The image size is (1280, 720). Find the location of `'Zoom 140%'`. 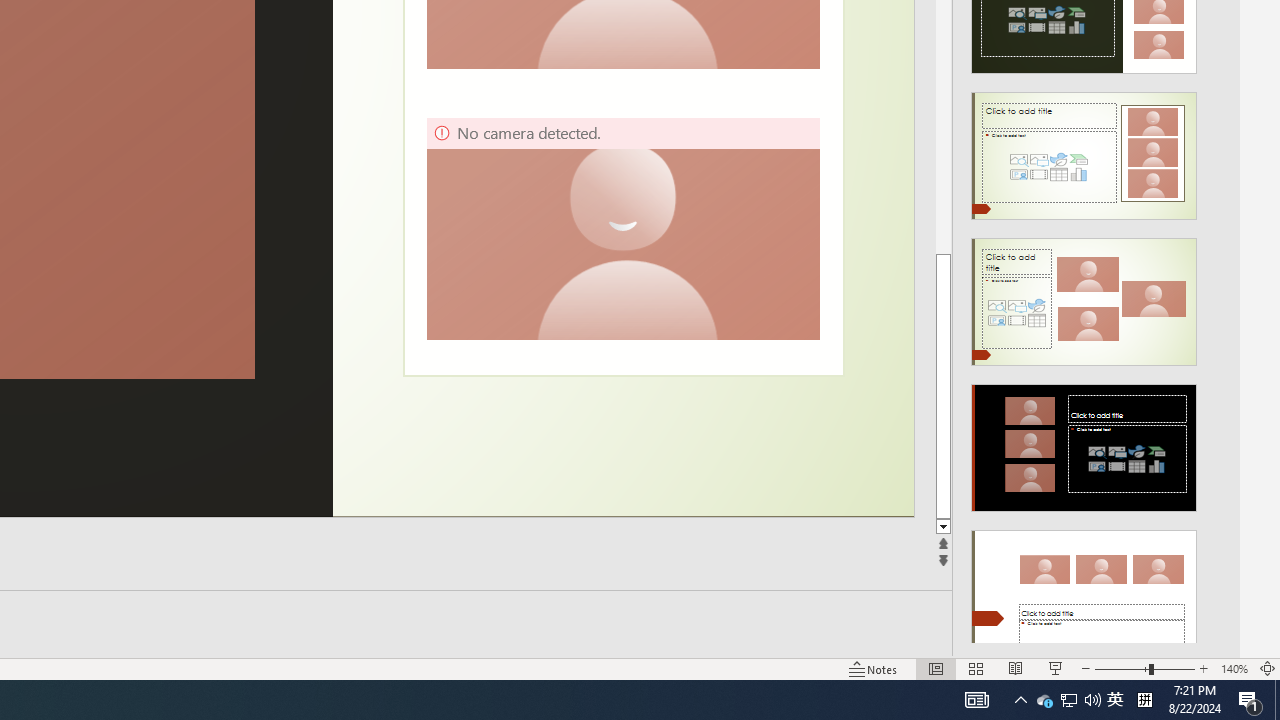

'Zoom 140%' is located at coordinates (1233, 669).